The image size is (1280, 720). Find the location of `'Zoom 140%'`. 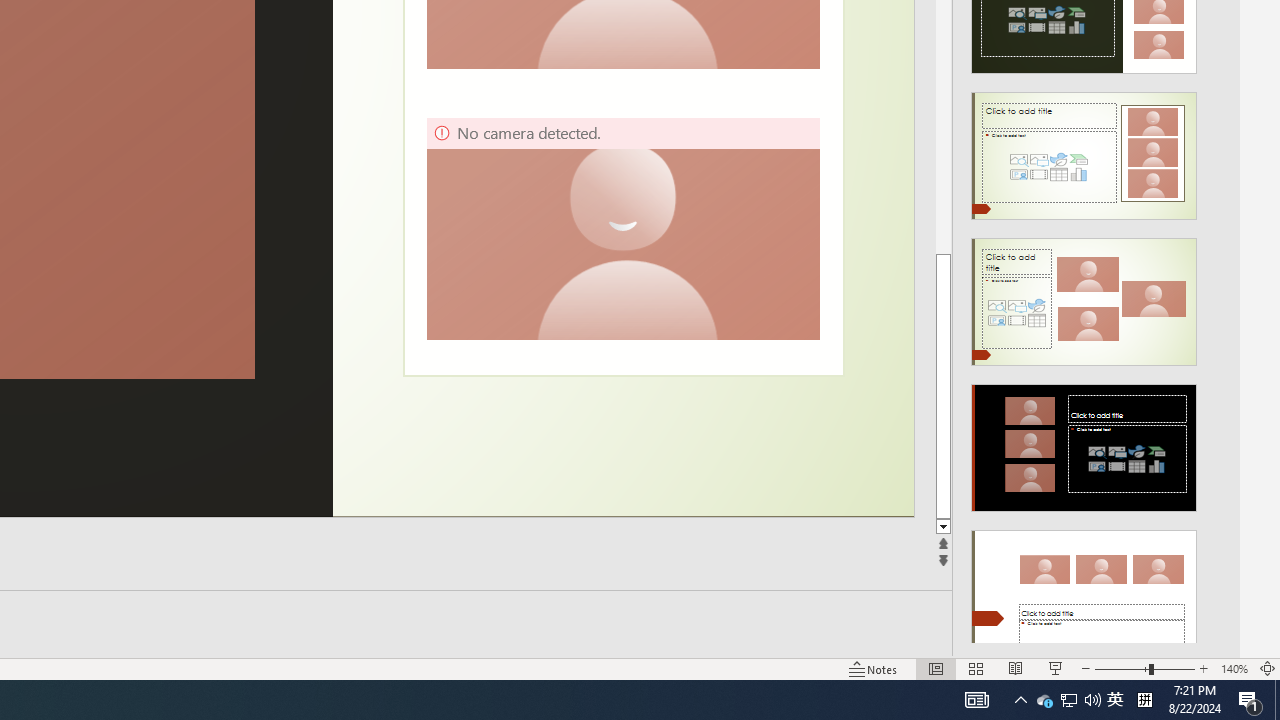

'Zoom 140%' is located at coordinates (1233, 669).